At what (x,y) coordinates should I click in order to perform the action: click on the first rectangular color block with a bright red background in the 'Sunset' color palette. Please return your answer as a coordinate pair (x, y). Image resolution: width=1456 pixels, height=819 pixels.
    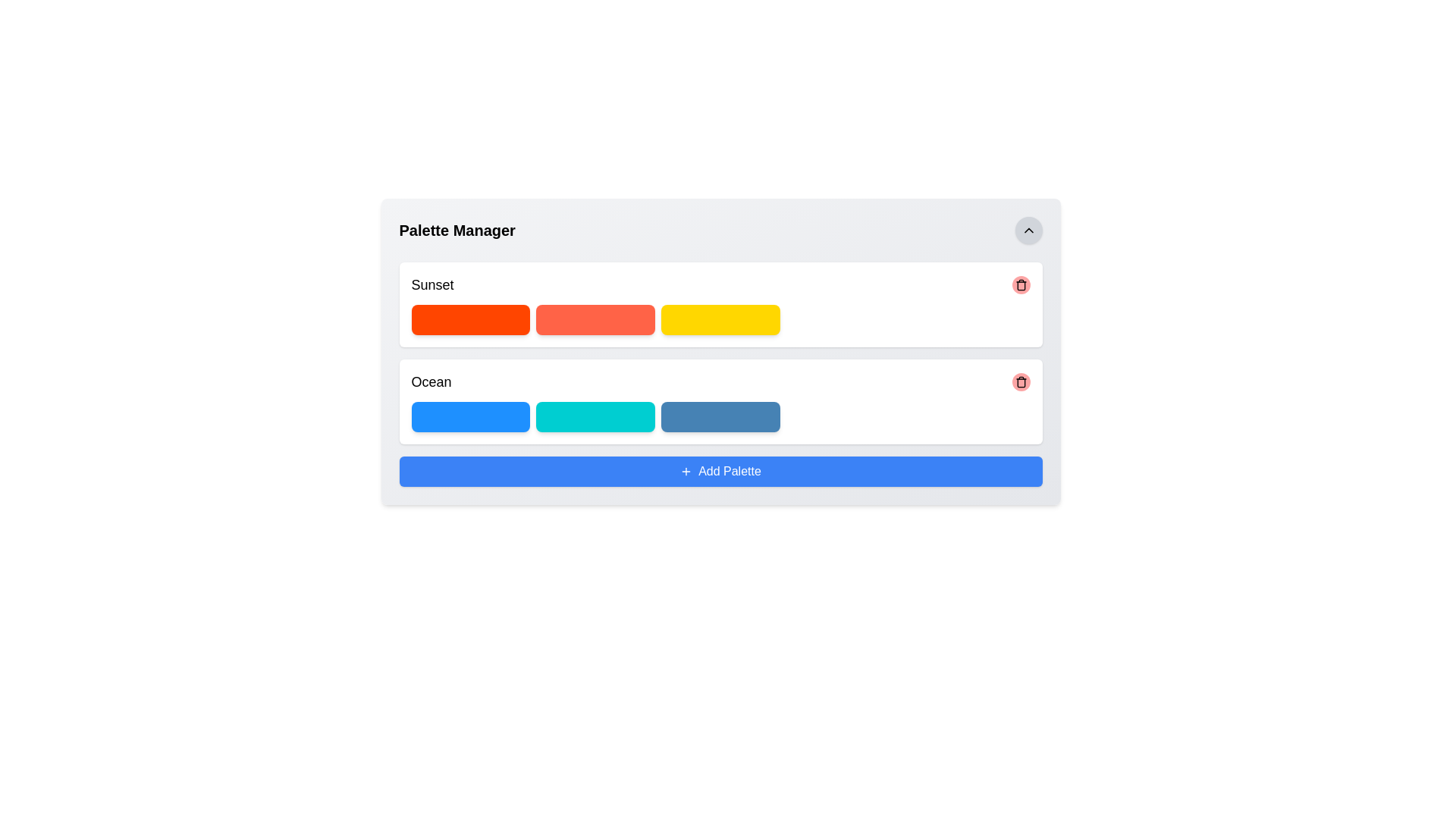
    Looking at the image, I should click on (469, 318).